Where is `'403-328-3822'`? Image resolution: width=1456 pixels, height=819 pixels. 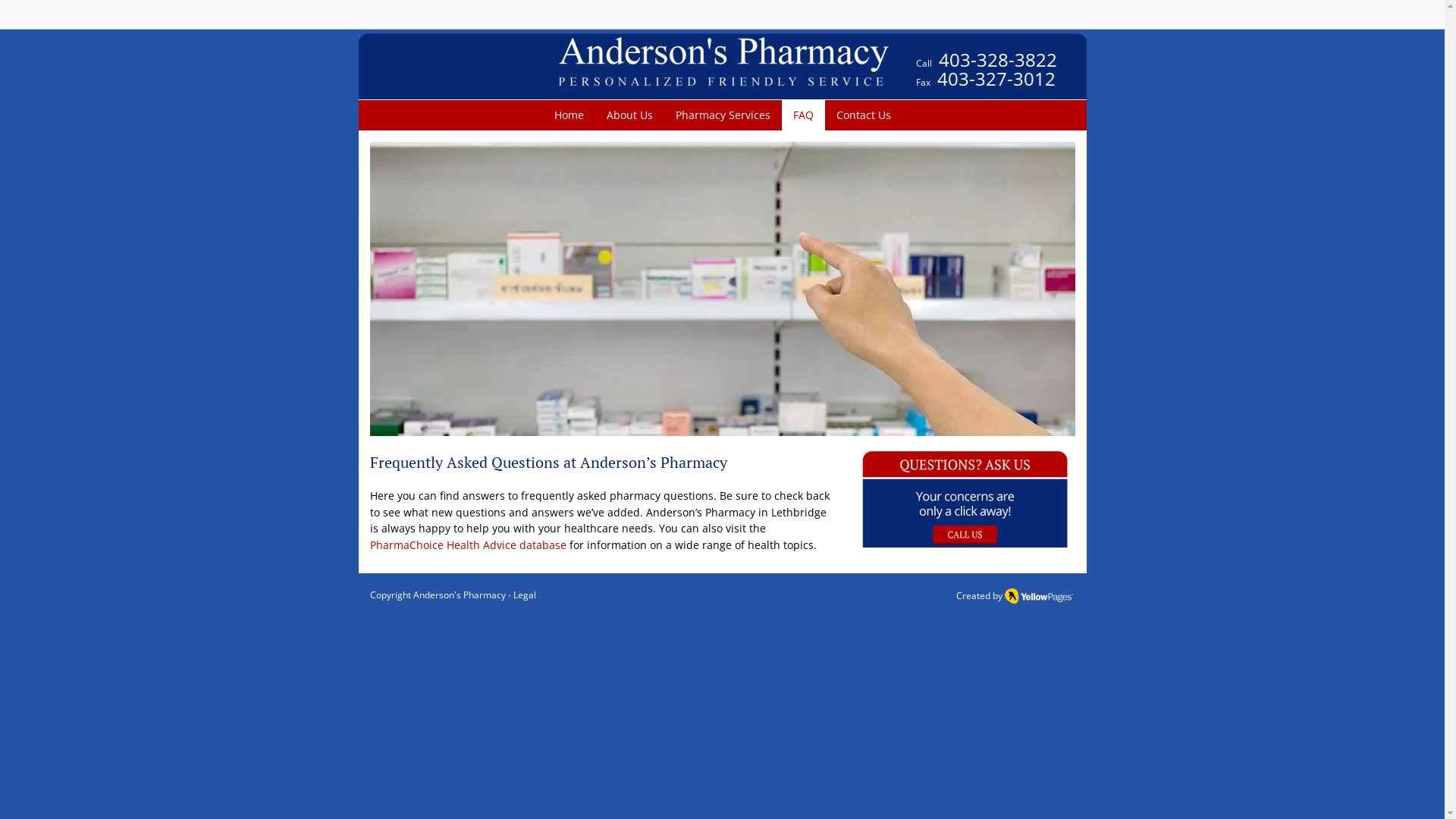 '403-328-3822' is located at coordinates (938, 62).